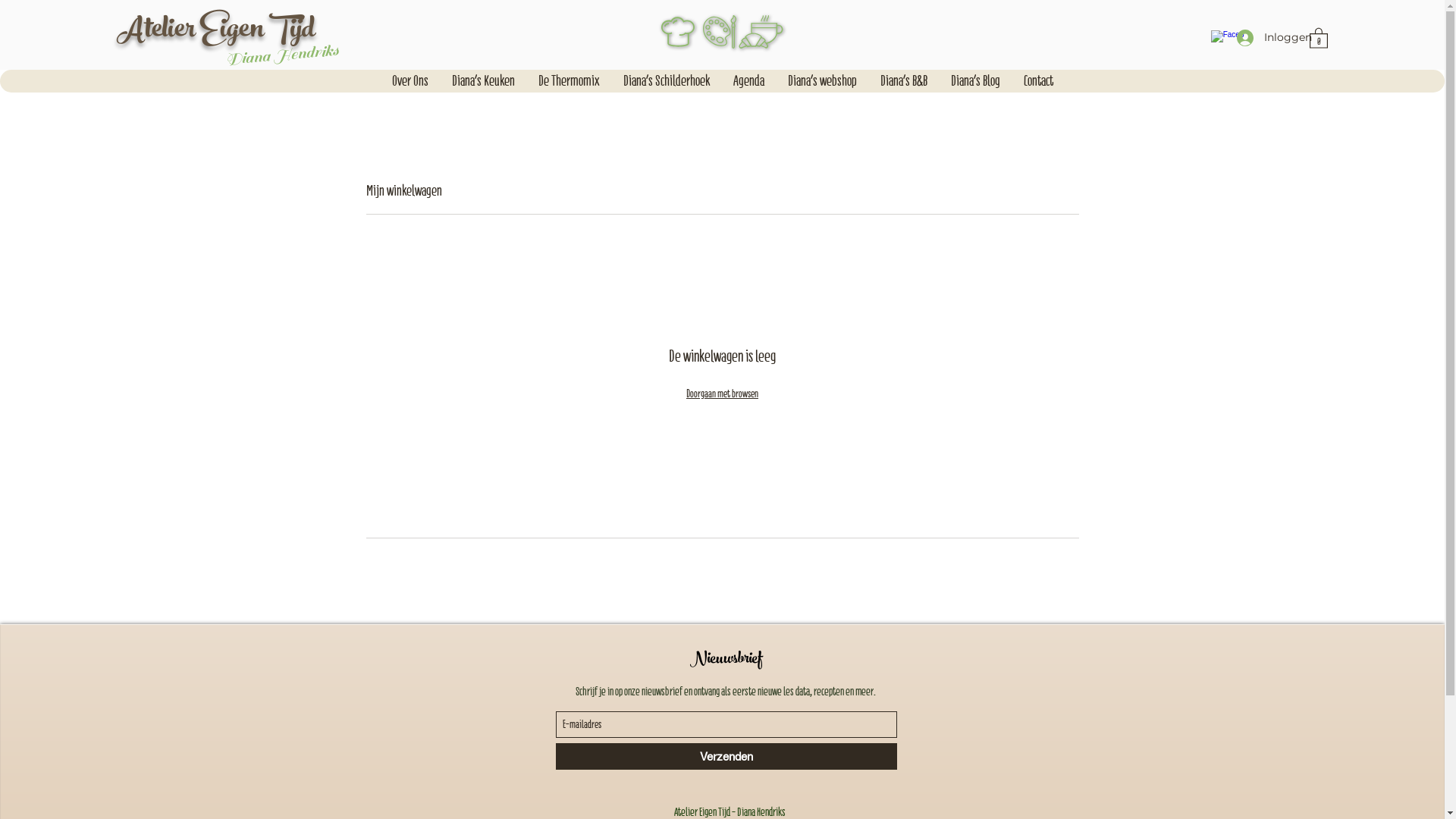  I want to click on 'Diana's B&B', so click(903, 81).